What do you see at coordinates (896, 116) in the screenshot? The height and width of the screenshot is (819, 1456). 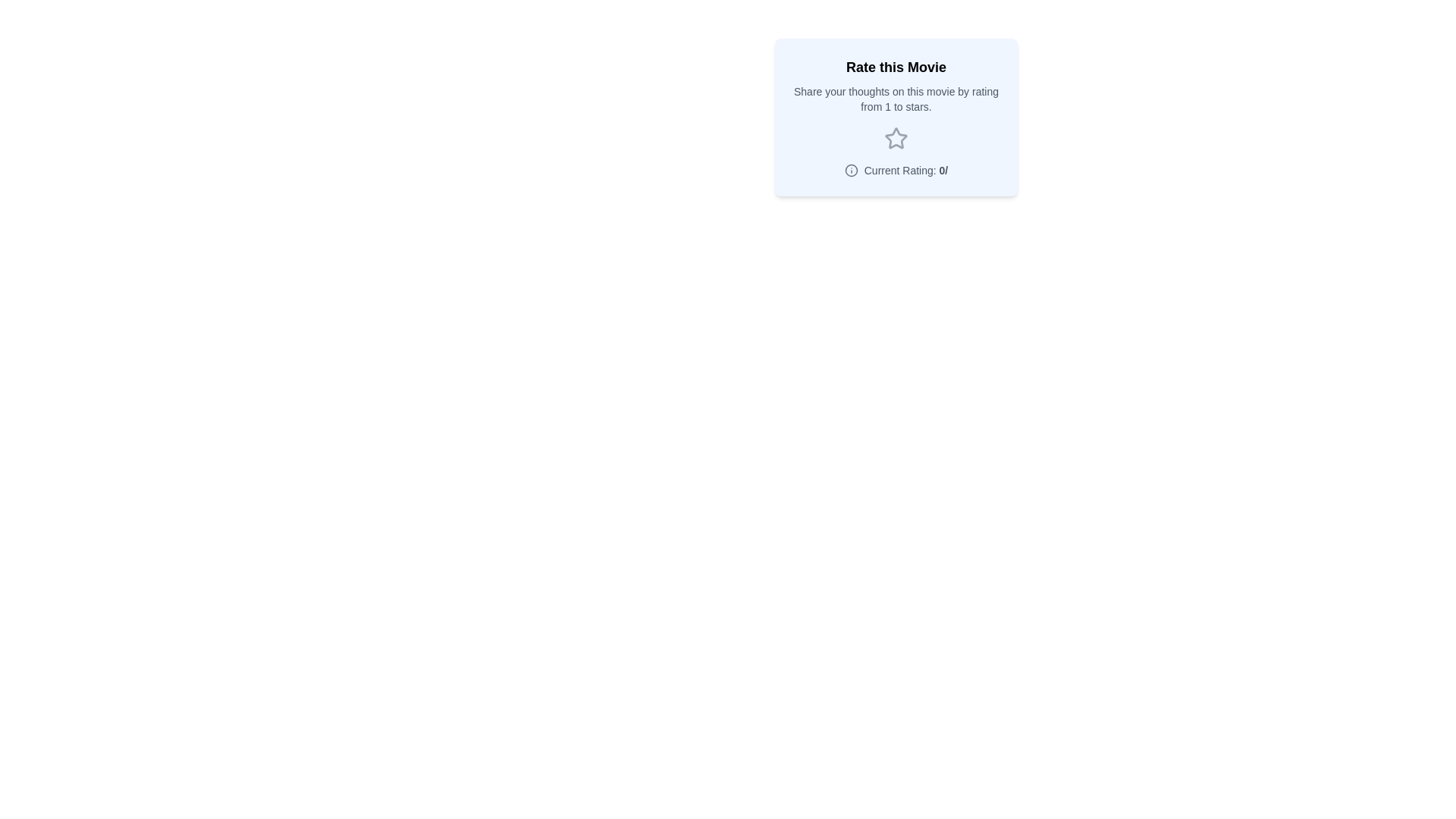 I see `contents of the Rating component located at the top-middle of the interface, which allows users to rate a movie with stars and displays the current rating score` at bounding box center [896, 116].